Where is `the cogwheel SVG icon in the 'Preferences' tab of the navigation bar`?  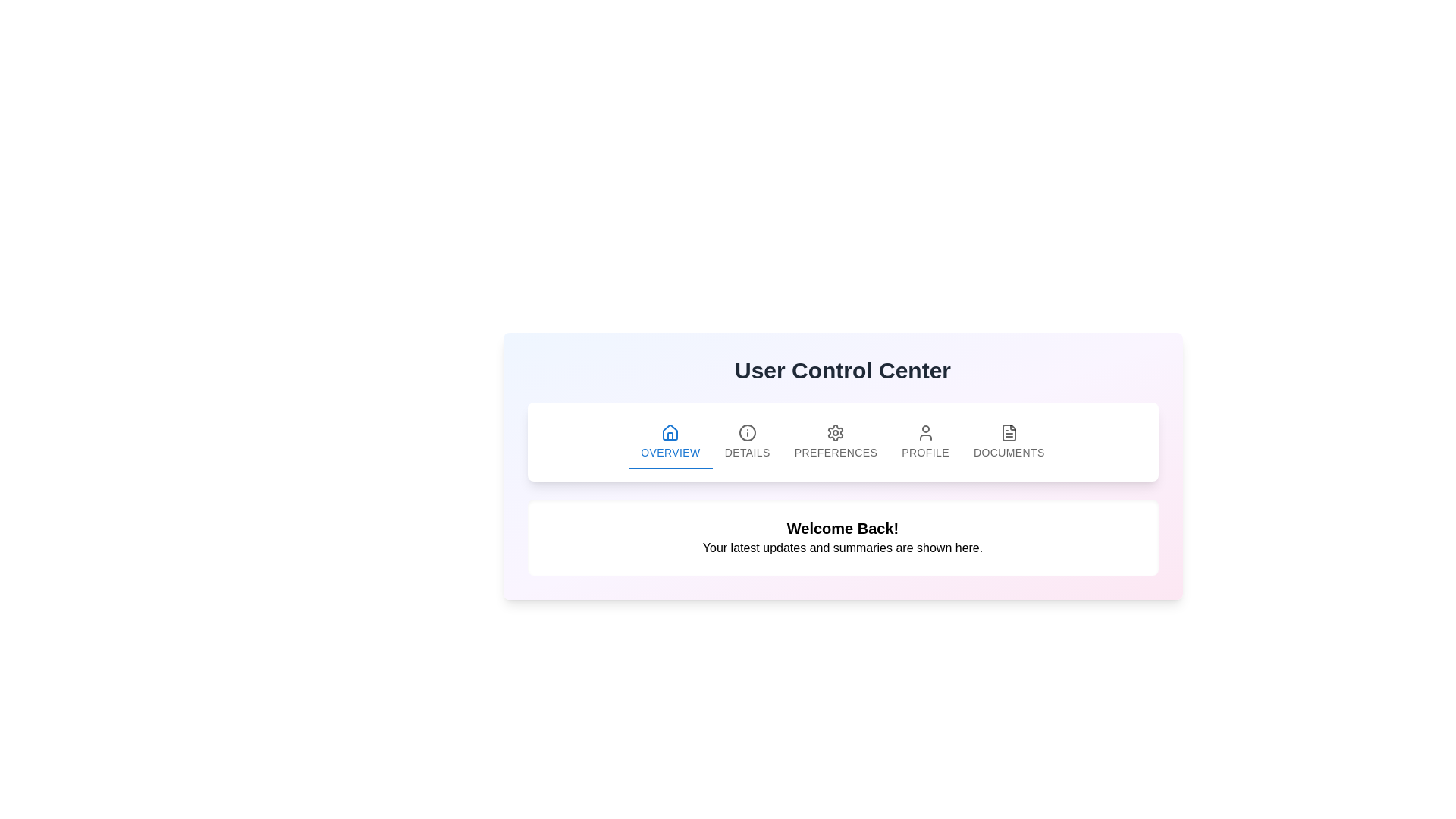 the cogwheel SVG icon in the 'Preferences' tab of the navigation bar is located at coordinates (835, 433).